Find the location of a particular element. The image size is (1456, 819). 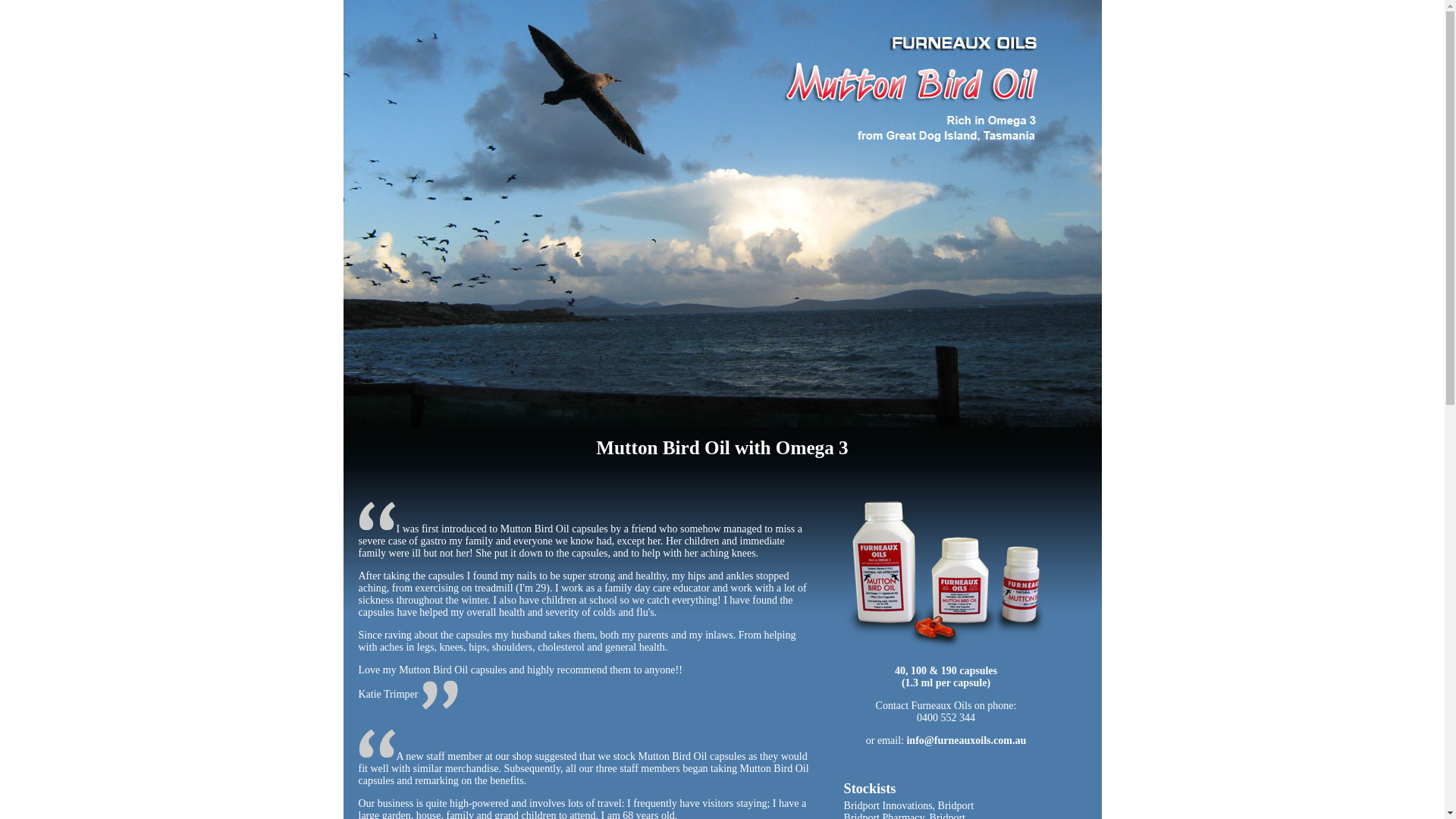

'info@furneauxoils.com.au' is located at coordinates (965, 739).